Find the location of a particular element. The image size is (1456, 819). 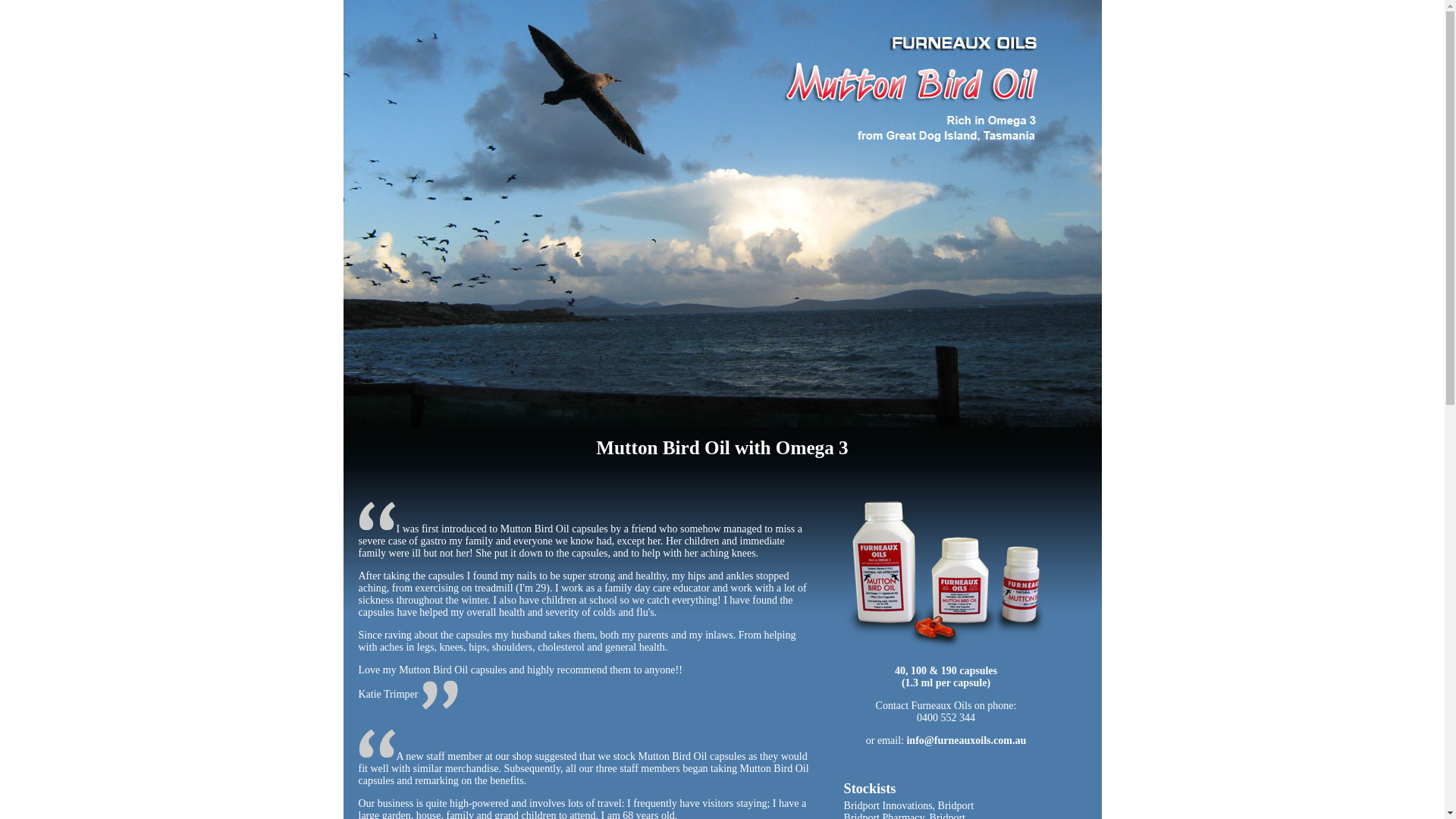

'info@furneauxoils.com.au' is located at coordinates (965, 739).